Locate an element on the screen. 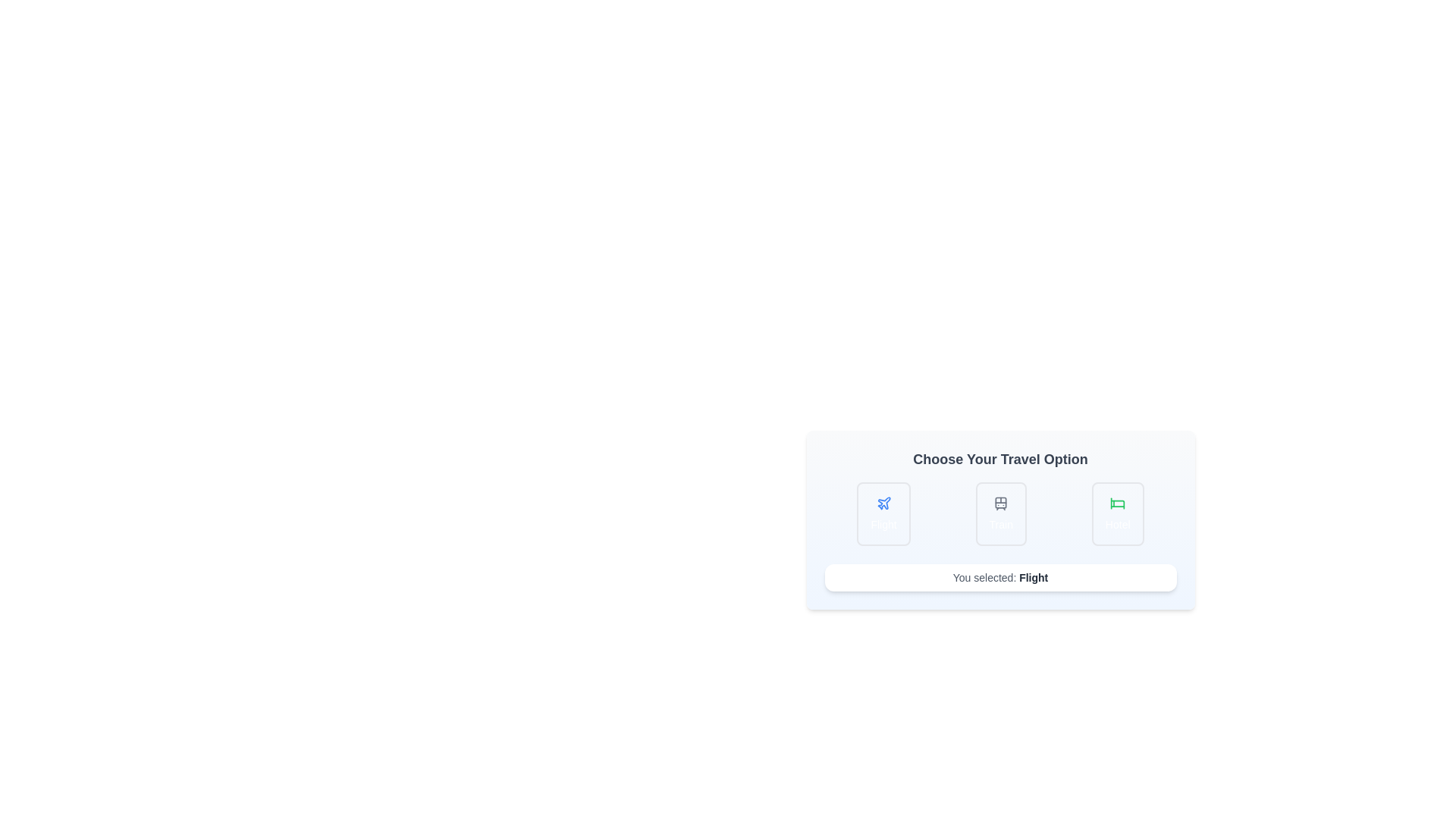 The height and width of the screenshot is (819, 1456). the 'Train' button is located at coordinates (1001, 513).